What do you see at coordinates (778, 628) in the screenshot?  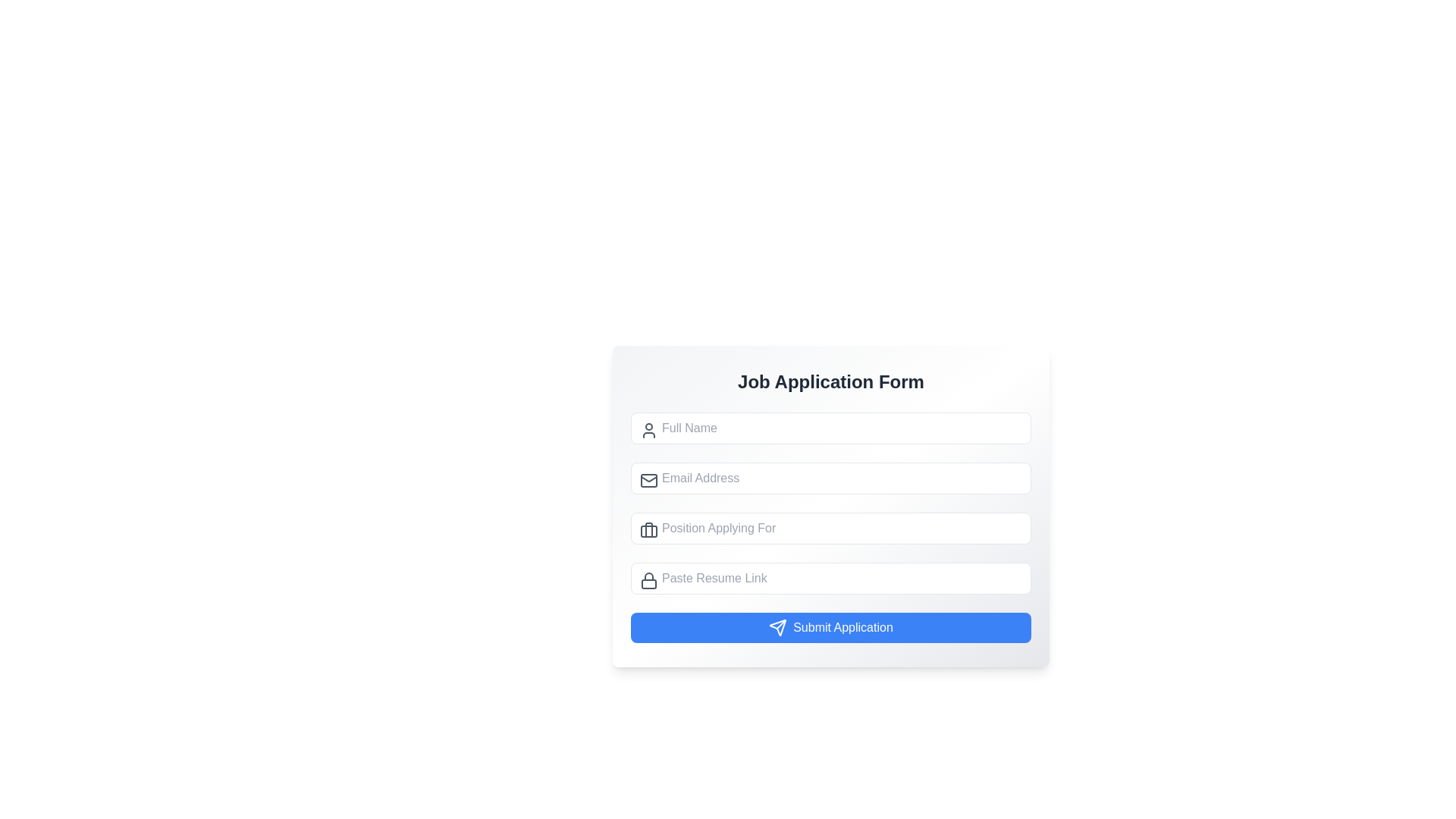 I see `the paper-plane-shaped icon with a white outline, located to the left of the 'Submit Application' button` at bounding box center [778, 628].